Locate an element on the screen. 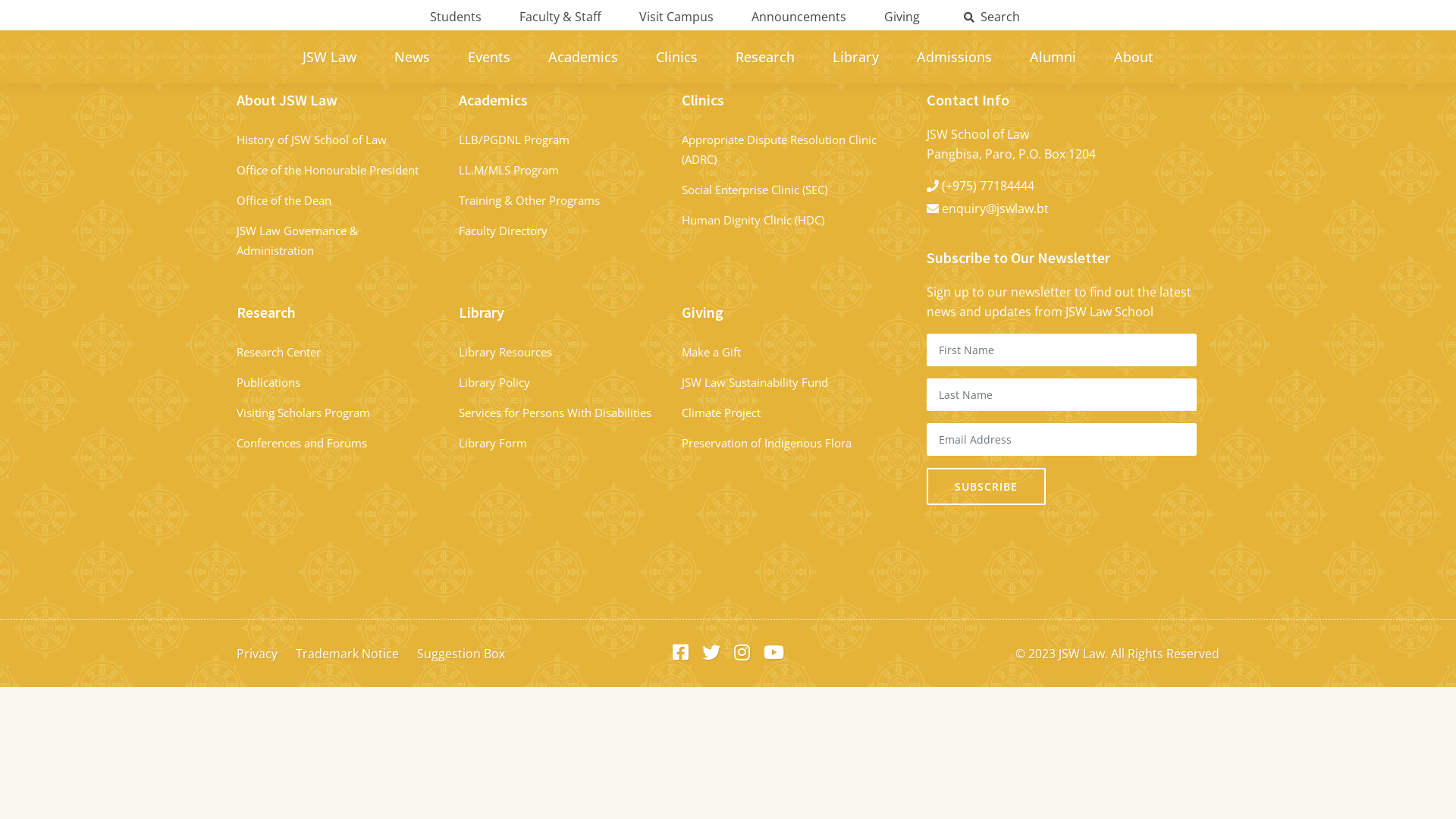  'Events' is located at coordinates (488, 55).